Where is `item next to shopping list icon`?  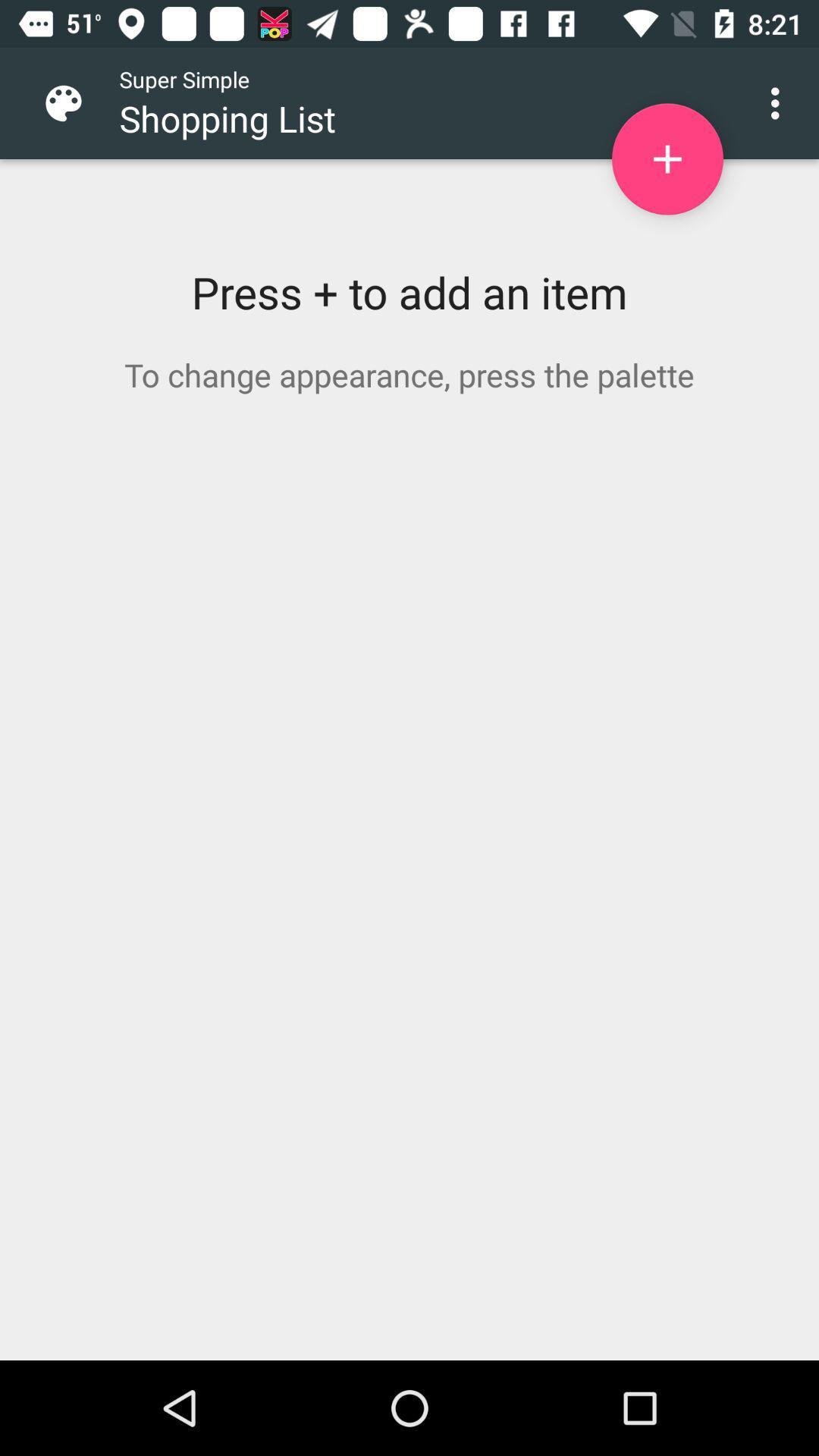
item next to shopping list icon is located at coordinates (667, 159).